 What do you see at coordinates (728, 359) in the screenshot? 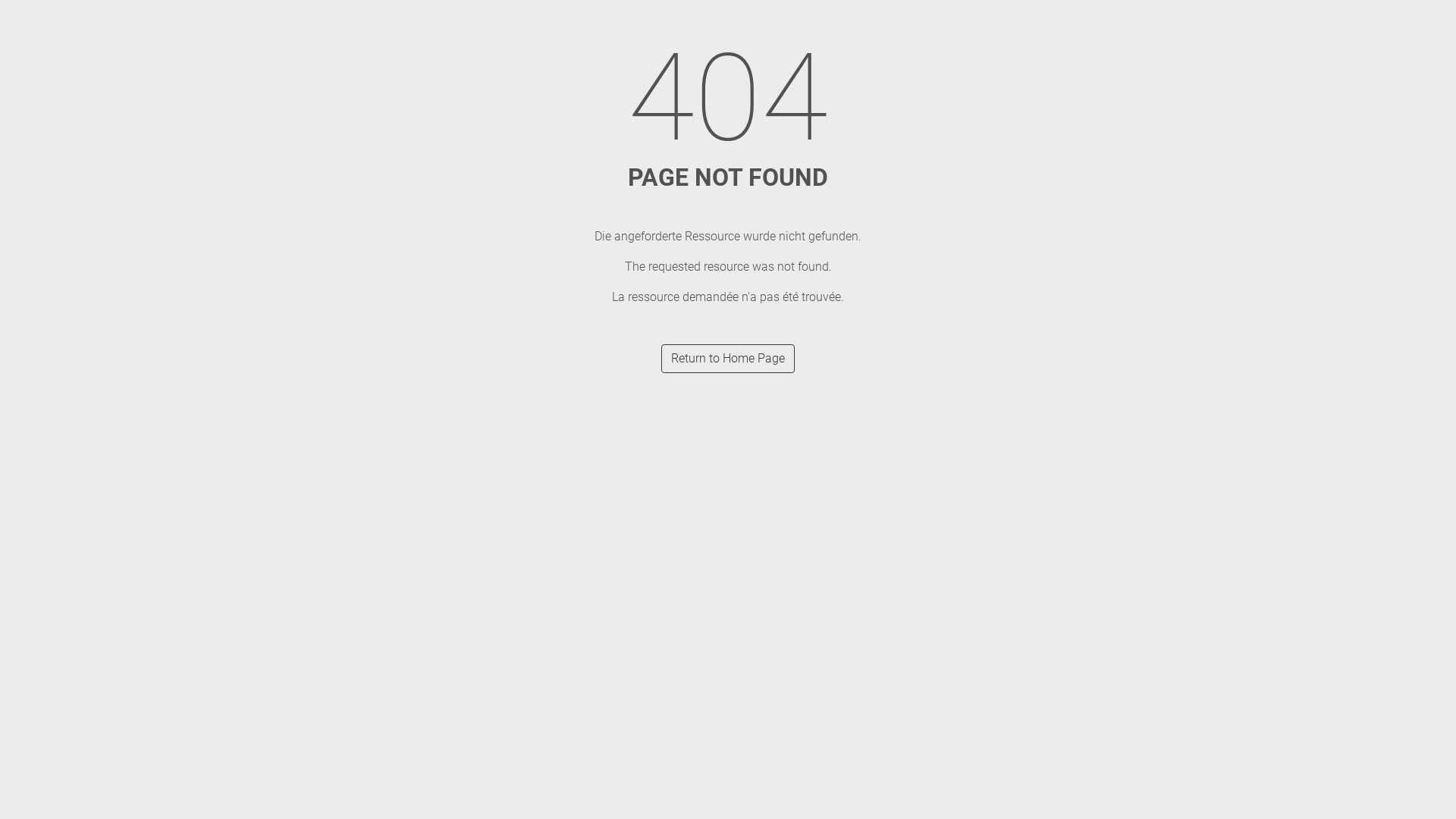
I see `'Return to Home Page'` at bounding box center [728, 359].